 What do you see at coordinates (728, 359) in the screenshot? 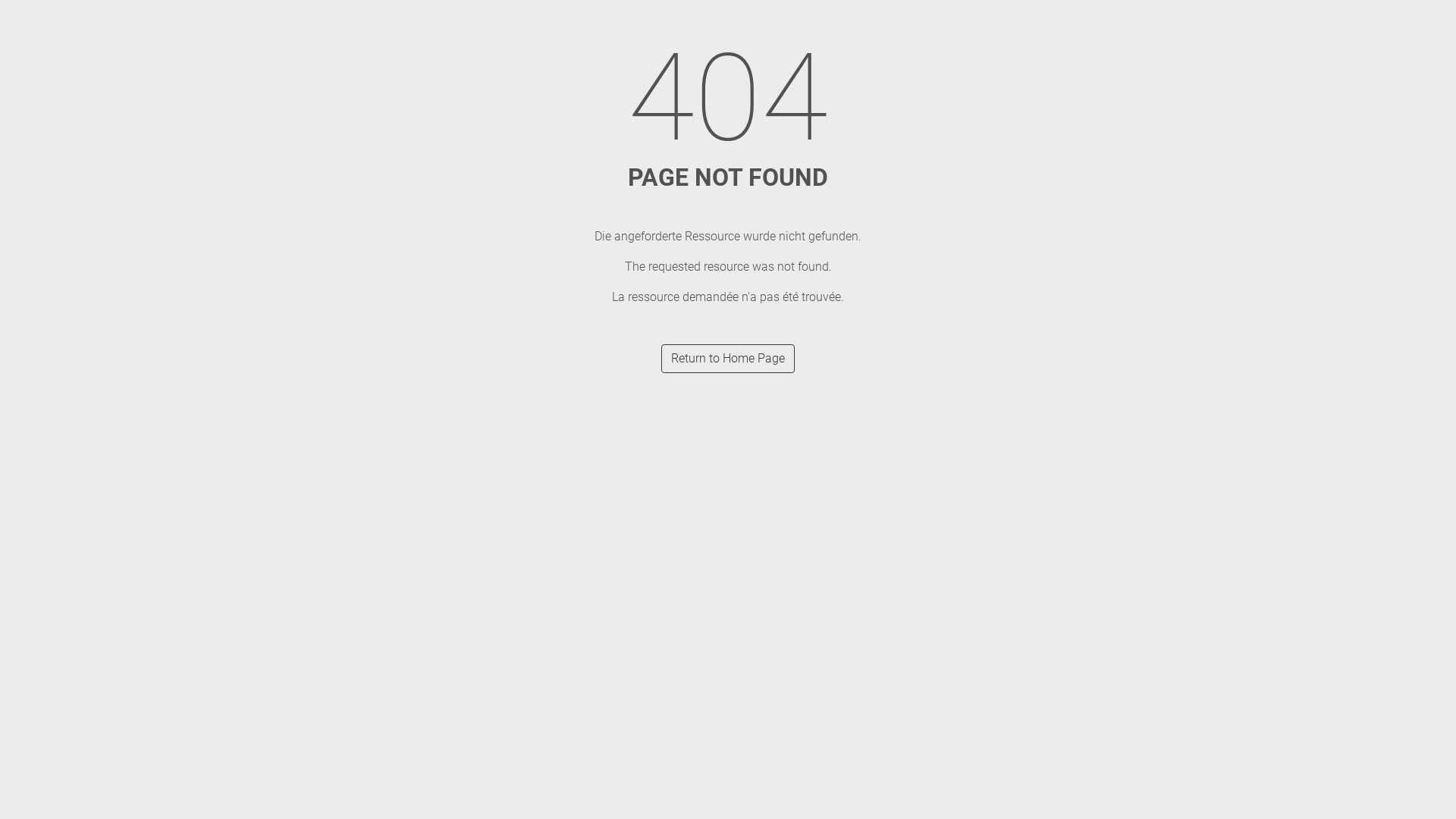
I see `'Return to Home Page'` at bounding box center [728, 359].